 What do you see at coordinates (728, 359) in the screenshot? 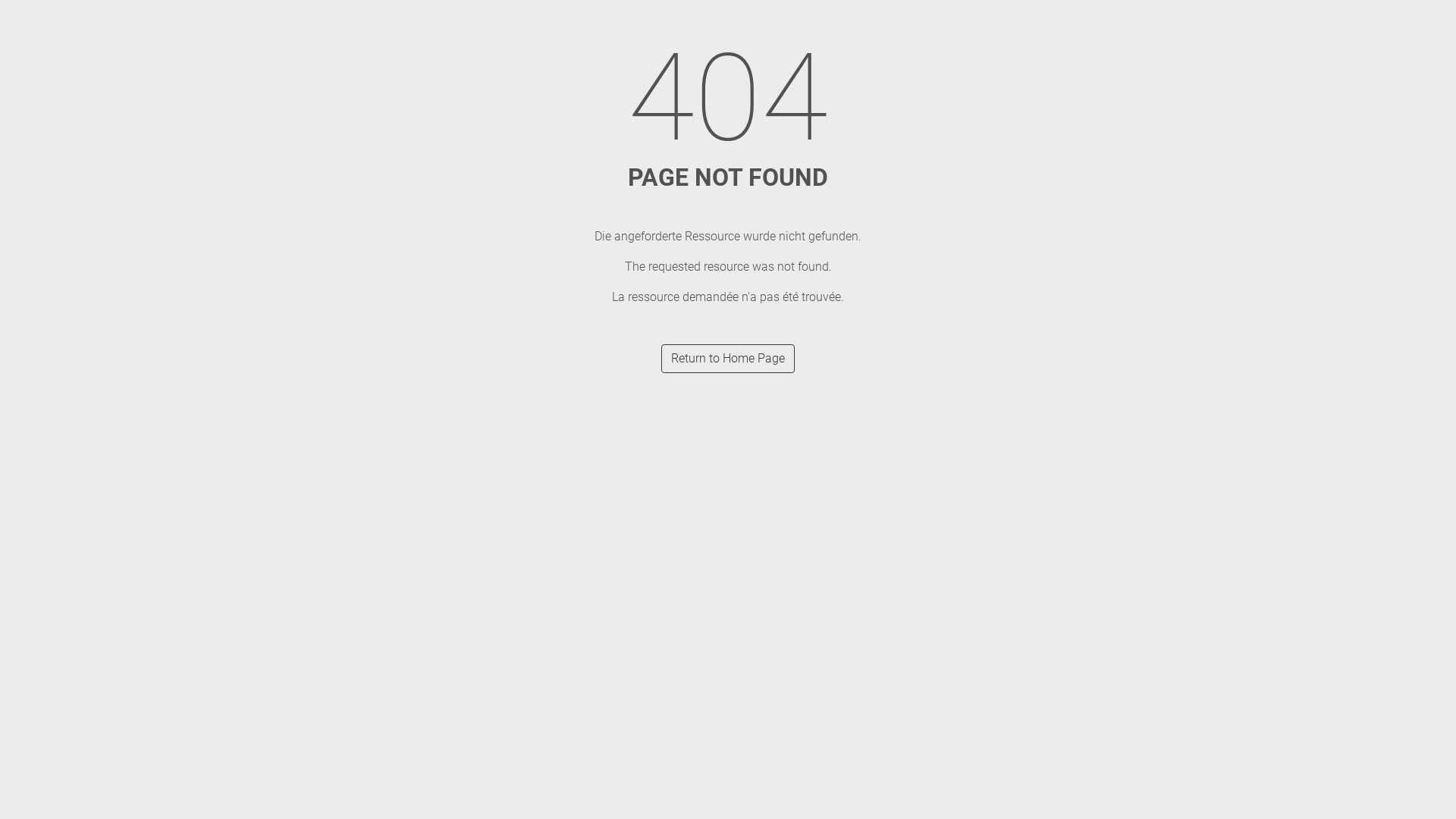
I see `'Return to Home Page'` at bounding box center [728, 359].